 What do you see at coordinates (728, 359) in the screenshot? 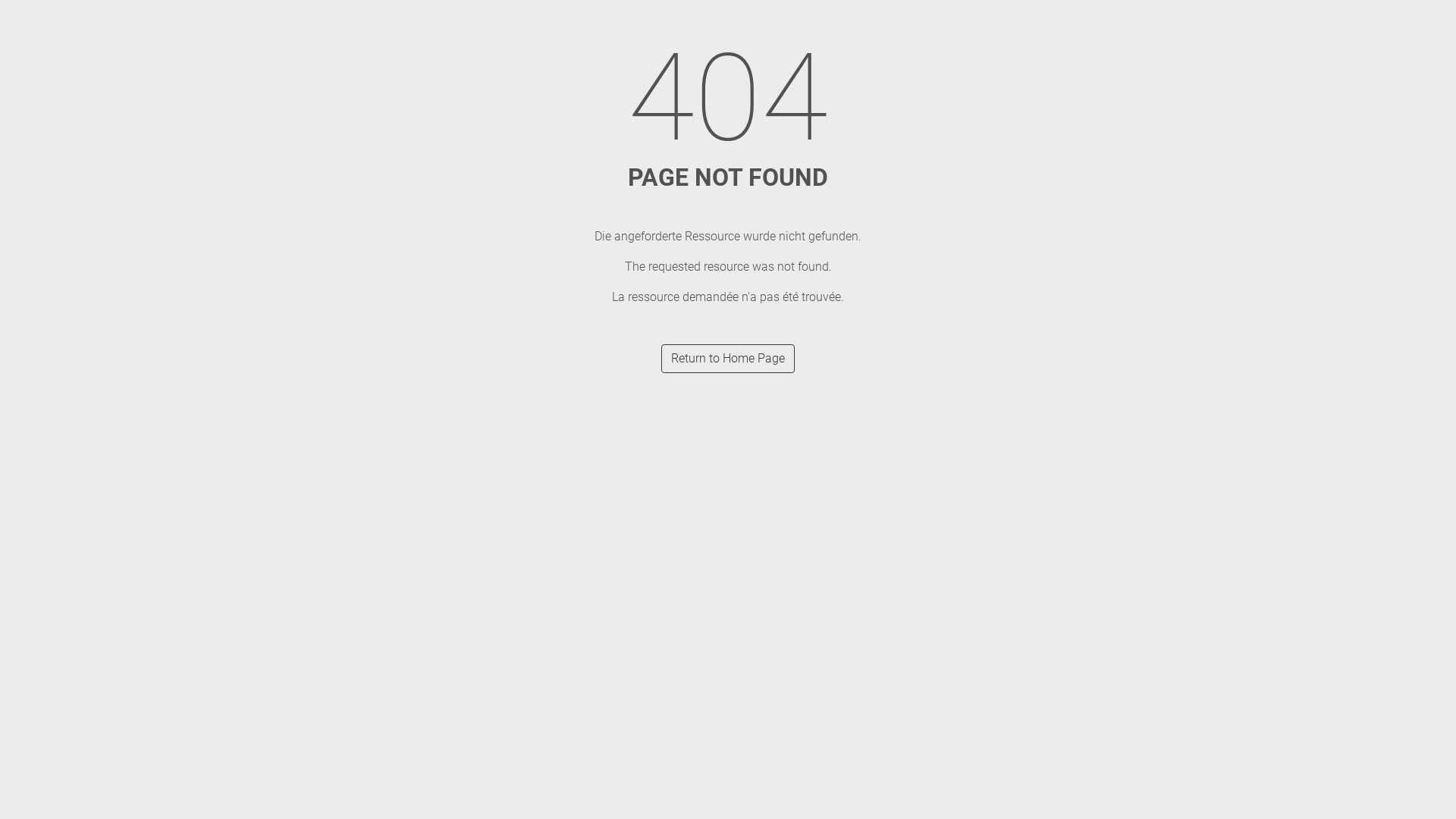
I see `'Return to Home Page'` at bounding box center [728, 359].